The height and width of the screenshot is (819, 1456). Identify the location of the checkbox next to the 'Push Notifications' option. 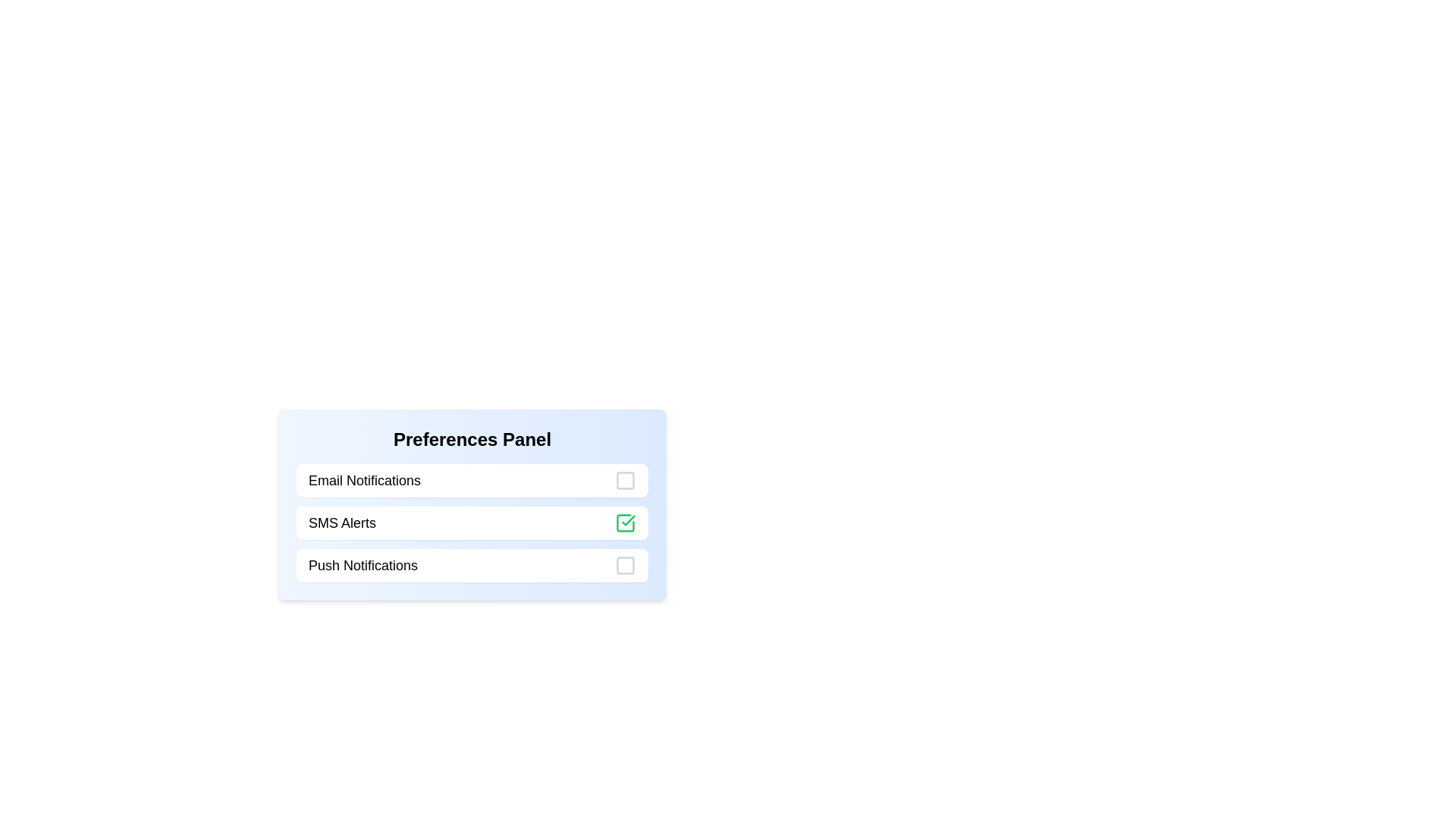
(472, 565).